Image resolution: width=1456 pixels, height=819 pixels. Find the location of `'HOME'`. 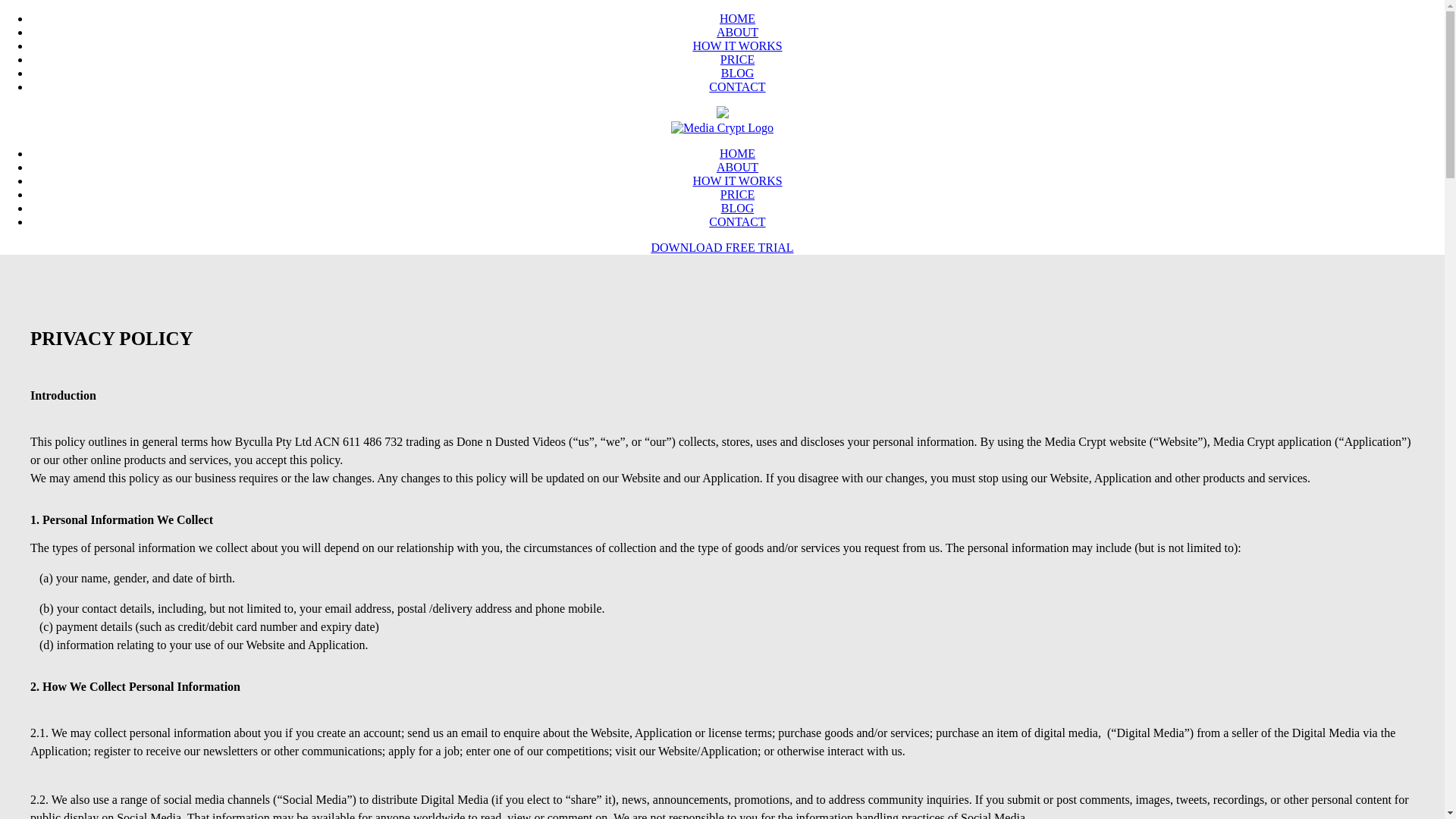

'HOME' is located at coordinates (719, 153).